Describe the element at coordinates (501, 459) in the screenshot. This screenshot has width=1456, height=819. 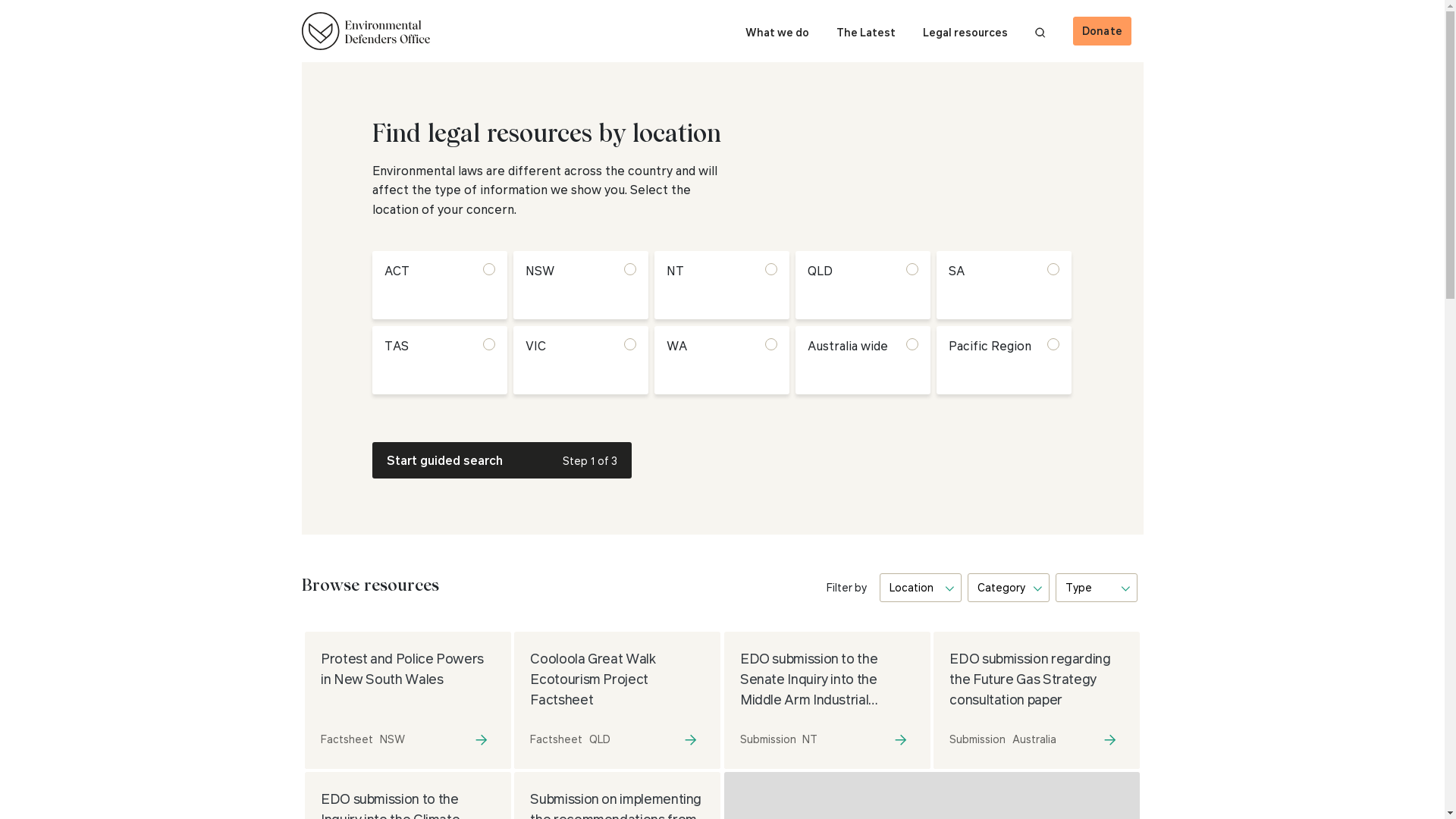
I see `'Start guided search` at that location.